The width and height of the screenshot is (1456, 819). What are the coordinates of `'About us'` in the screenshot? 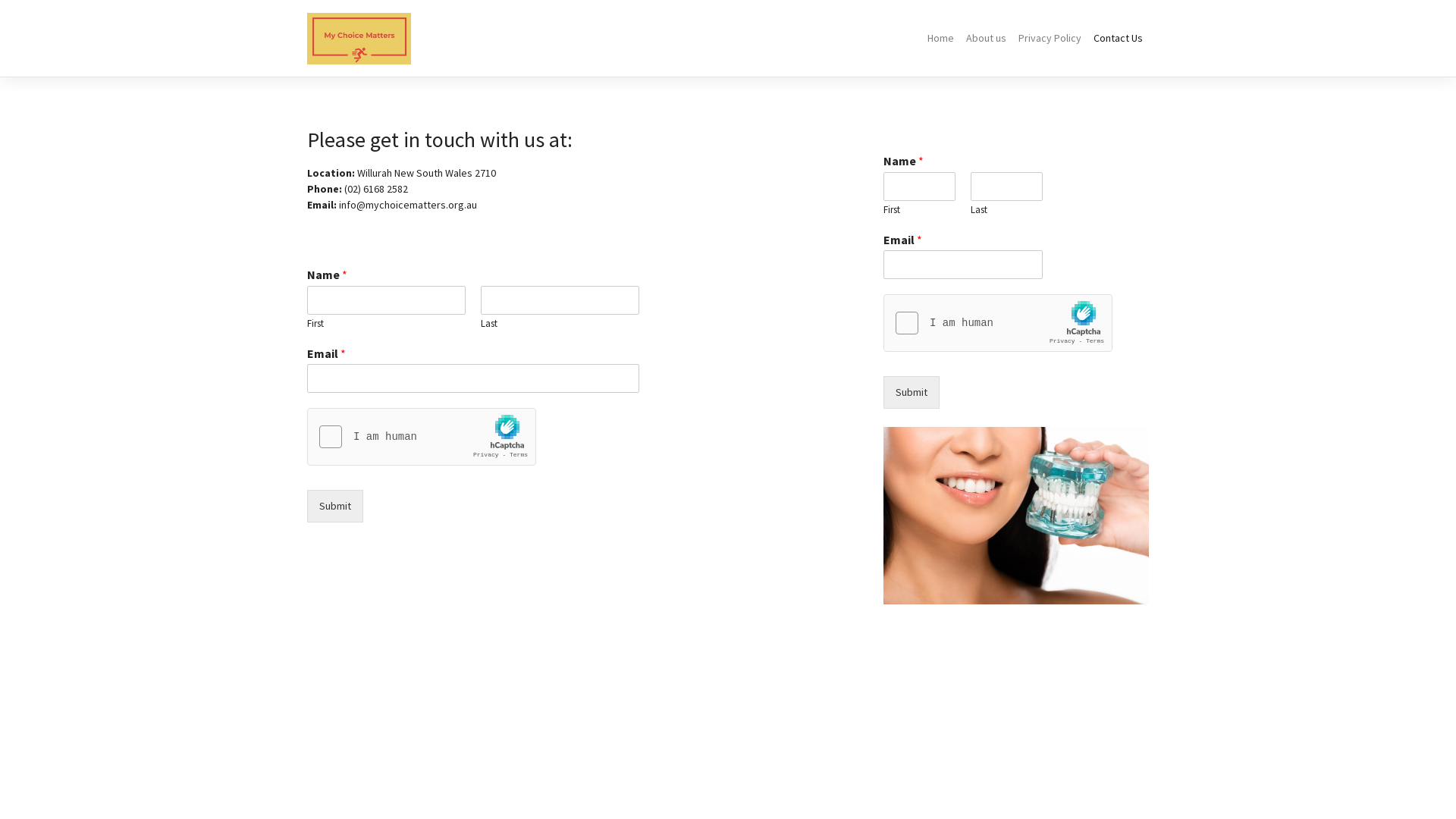 It's located at (959, 37).